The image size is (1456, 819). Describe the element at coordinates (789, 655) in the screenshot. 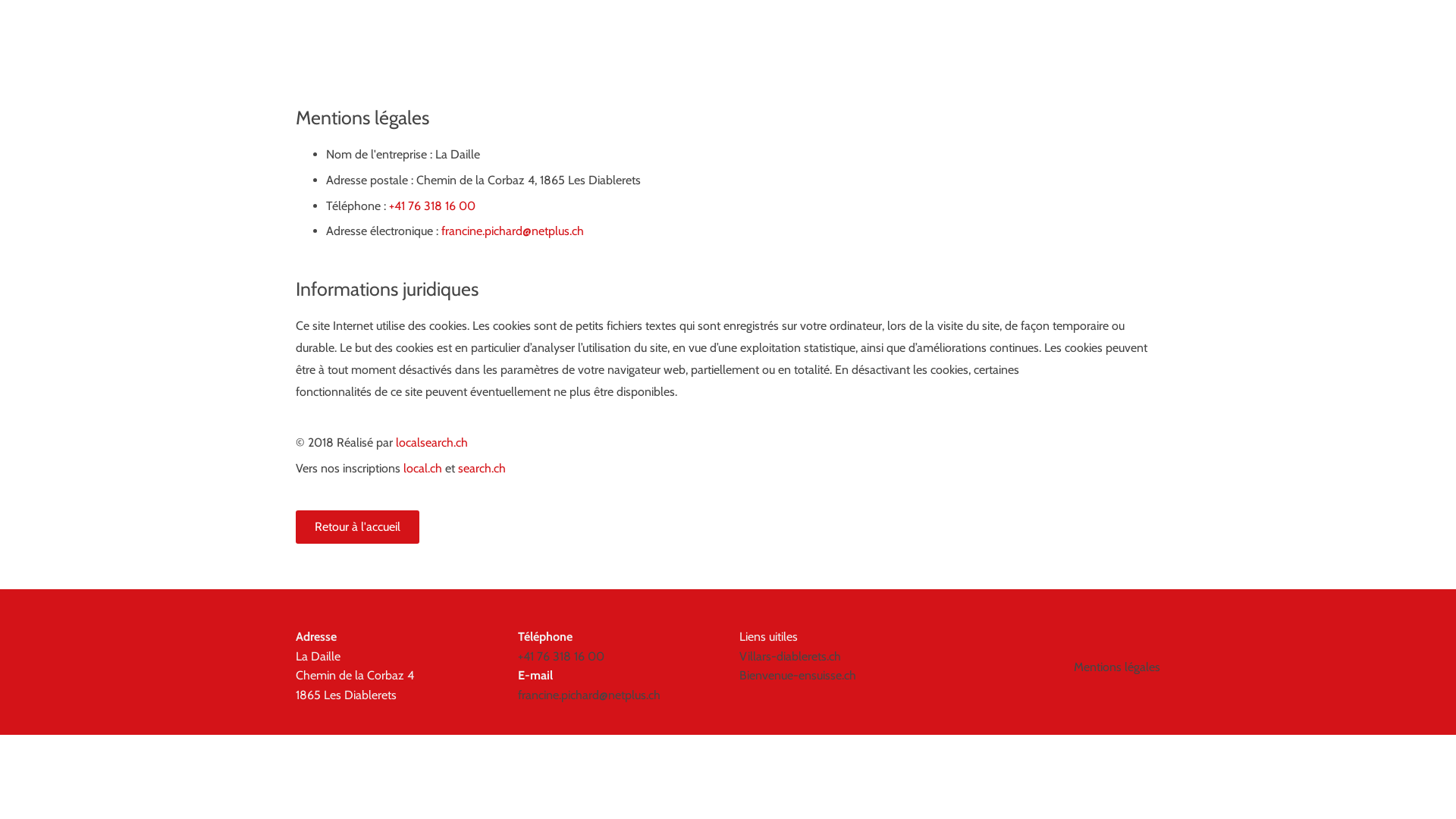

I see `'Villars-diablerets.ch'` at that location.